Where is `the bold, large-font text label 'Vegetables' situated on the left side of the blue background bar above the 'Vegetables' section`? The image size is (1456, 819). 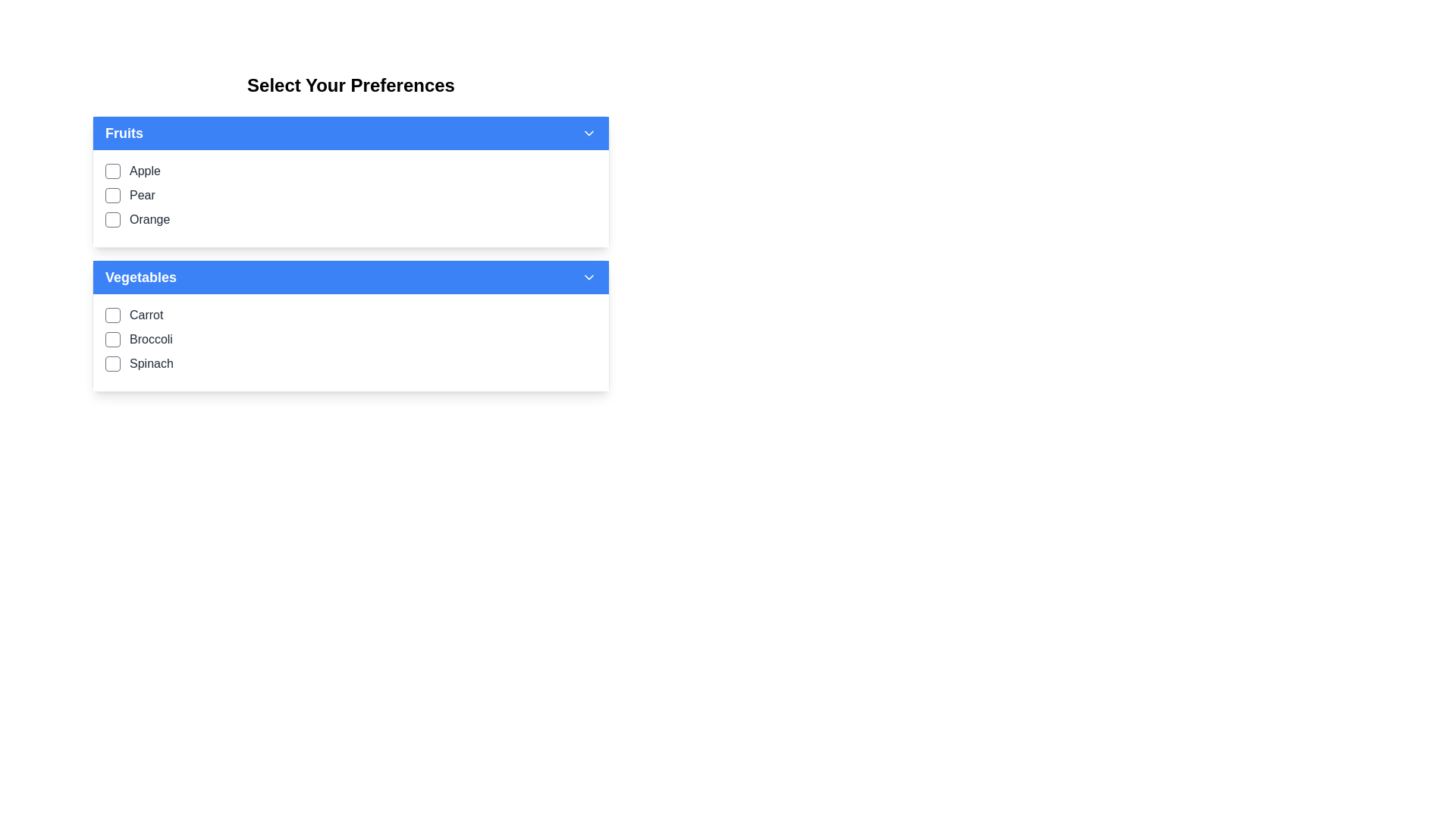
the bold, large-font text label 'Vegetables' situated on the left side of the blue background bar above the 'Vegetables' section is located at coordinates (141, 278).